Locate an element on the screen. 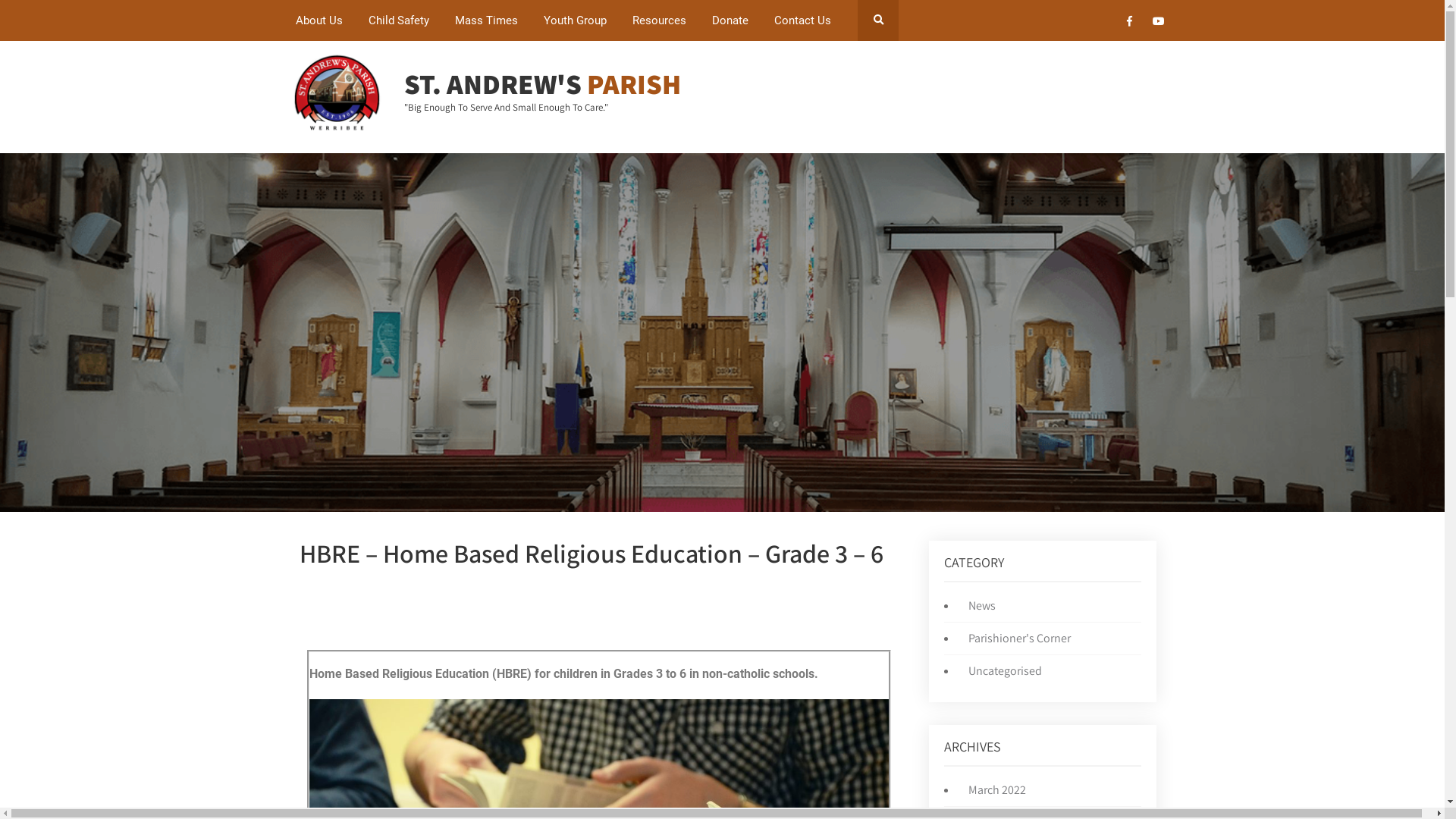  'Uncategorised' is located at coordinates (1001, 670).